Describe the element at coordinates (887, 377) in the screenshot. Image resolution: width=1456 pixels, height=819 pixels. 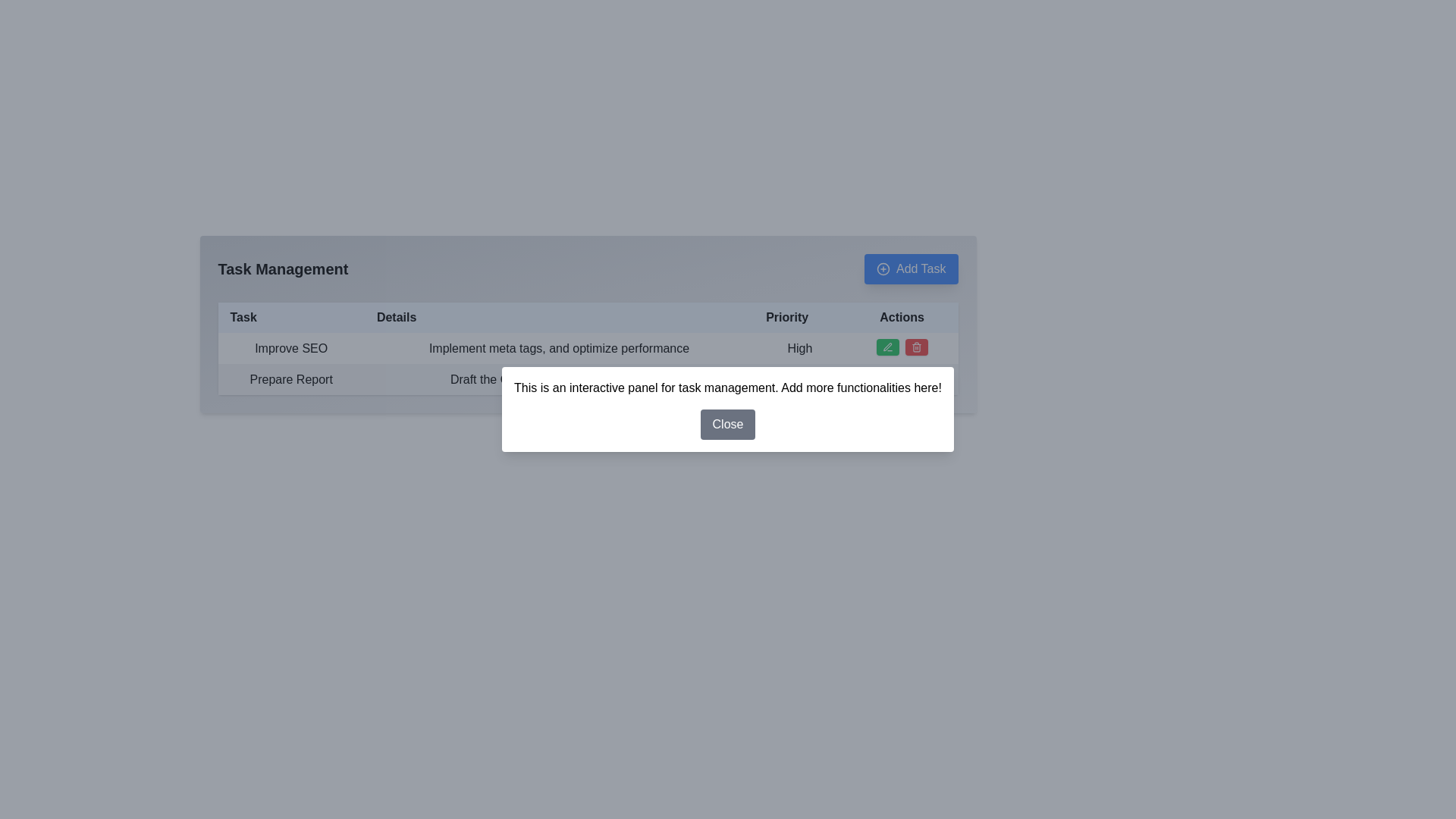
I see `the green button with a pen icon located in the 'Actions' column for the task 'Improve SEO' to trigger additional effects such as a tooltip or style change` at that location.